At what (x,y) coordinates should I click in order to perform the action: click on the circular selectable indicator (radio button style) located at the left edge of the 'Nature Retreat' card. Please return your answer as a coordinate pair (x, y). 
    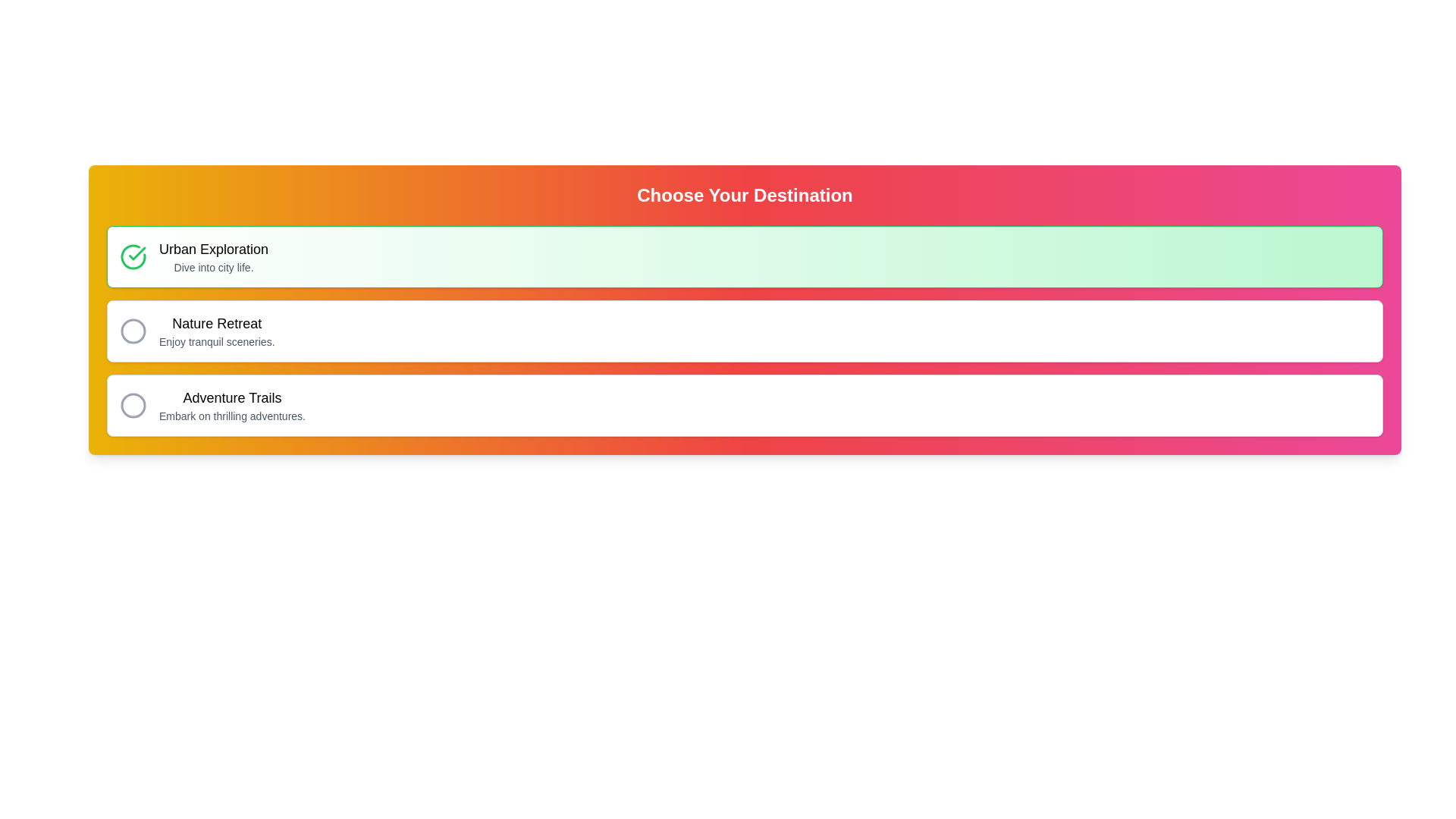
    Looking at the image, I should click on (133, 330).